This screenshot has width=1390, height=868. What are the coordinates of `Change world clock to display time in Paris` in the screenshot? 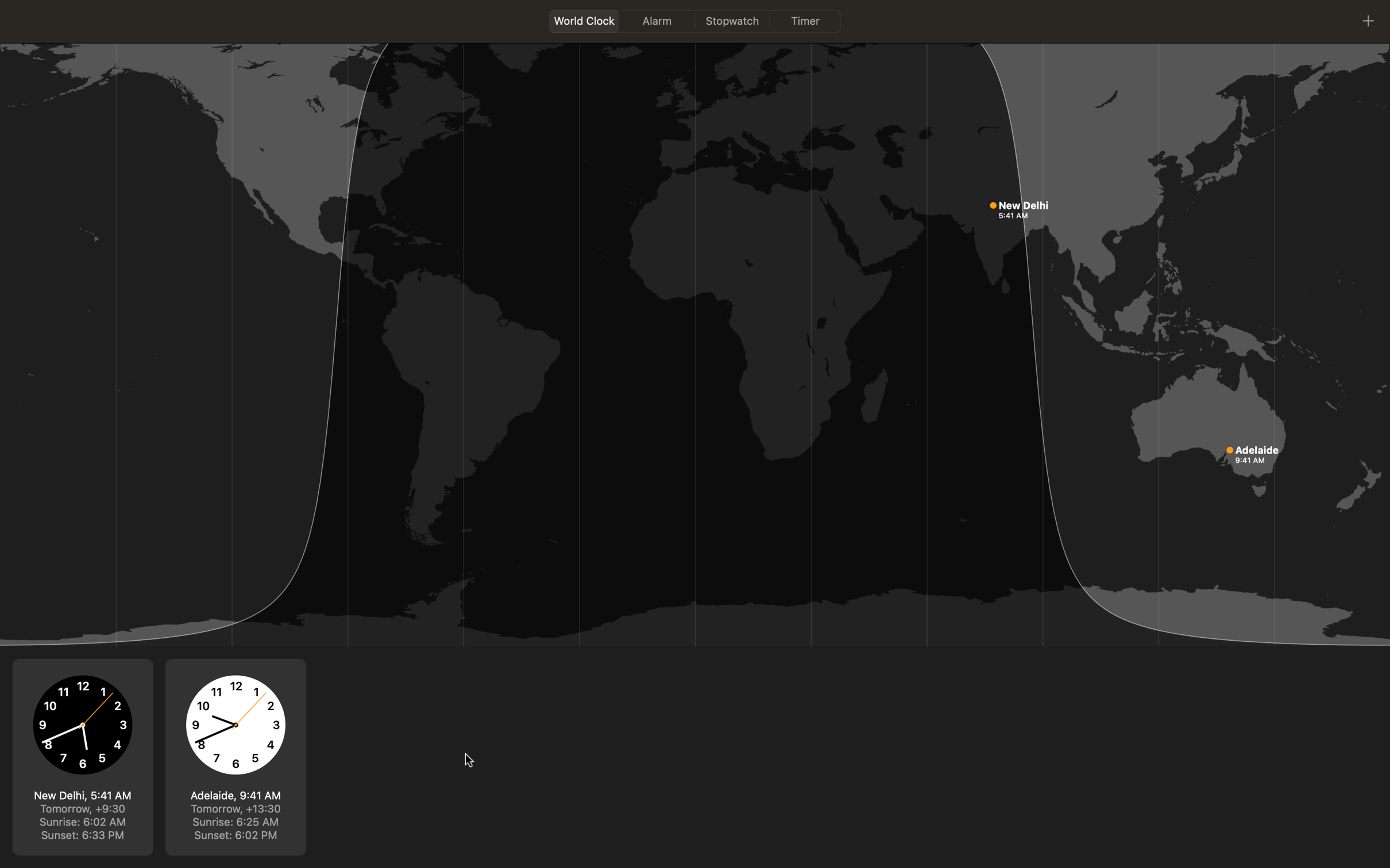 It's located at (1368, 19).